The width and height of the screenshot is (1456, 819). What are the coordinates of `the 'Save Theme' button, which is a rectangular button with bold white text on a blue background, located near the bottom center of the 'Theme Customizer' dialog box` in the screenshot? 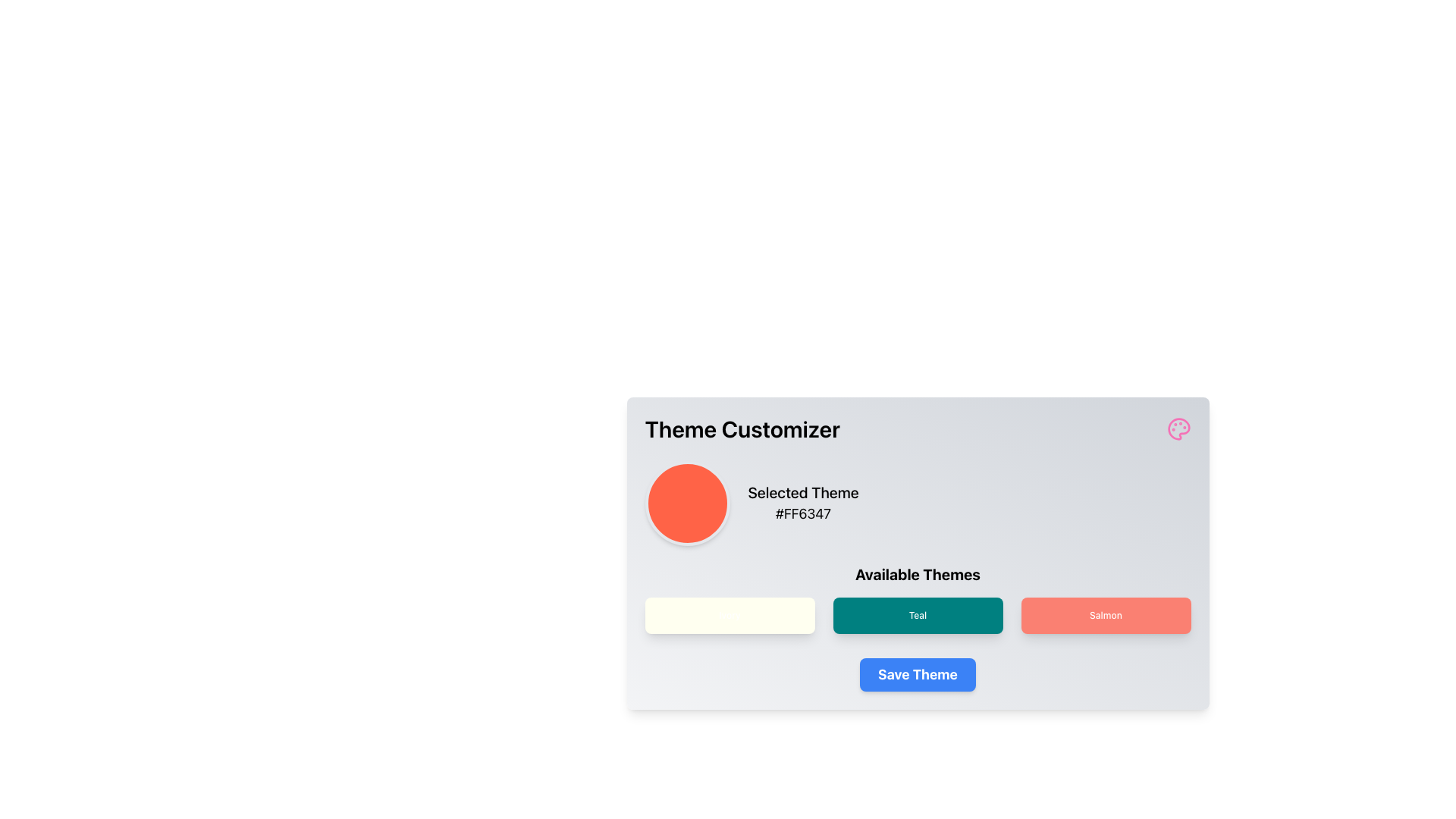 It's located at (917, 674).